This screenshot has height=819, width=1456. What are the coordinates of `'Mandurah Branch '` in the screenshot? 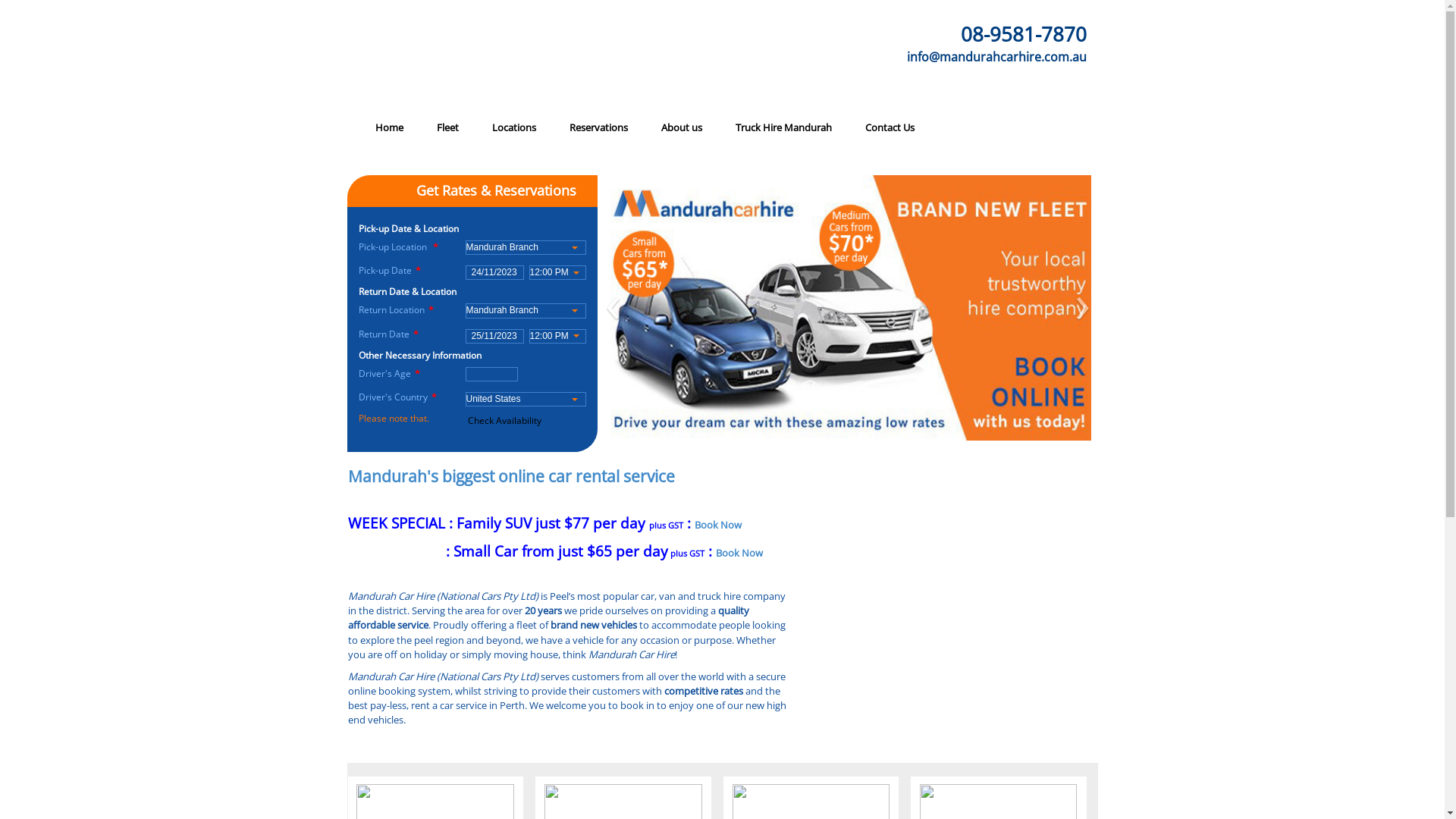 It's located at (525, 309).